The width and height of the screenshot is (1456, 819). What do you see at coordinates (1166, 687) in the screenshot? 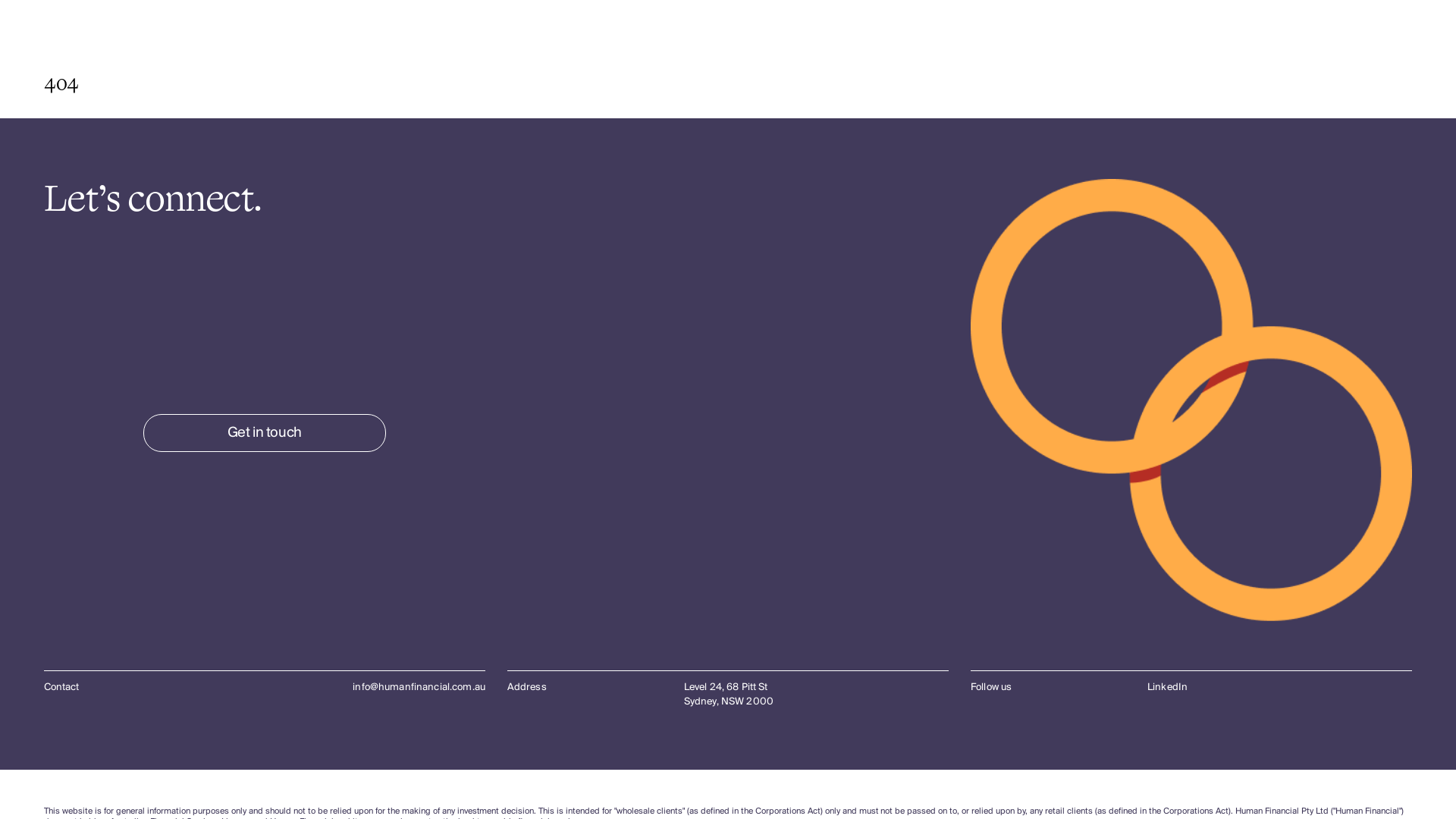
I see `'LinkedIn'` at bounding box center [1166, 687].